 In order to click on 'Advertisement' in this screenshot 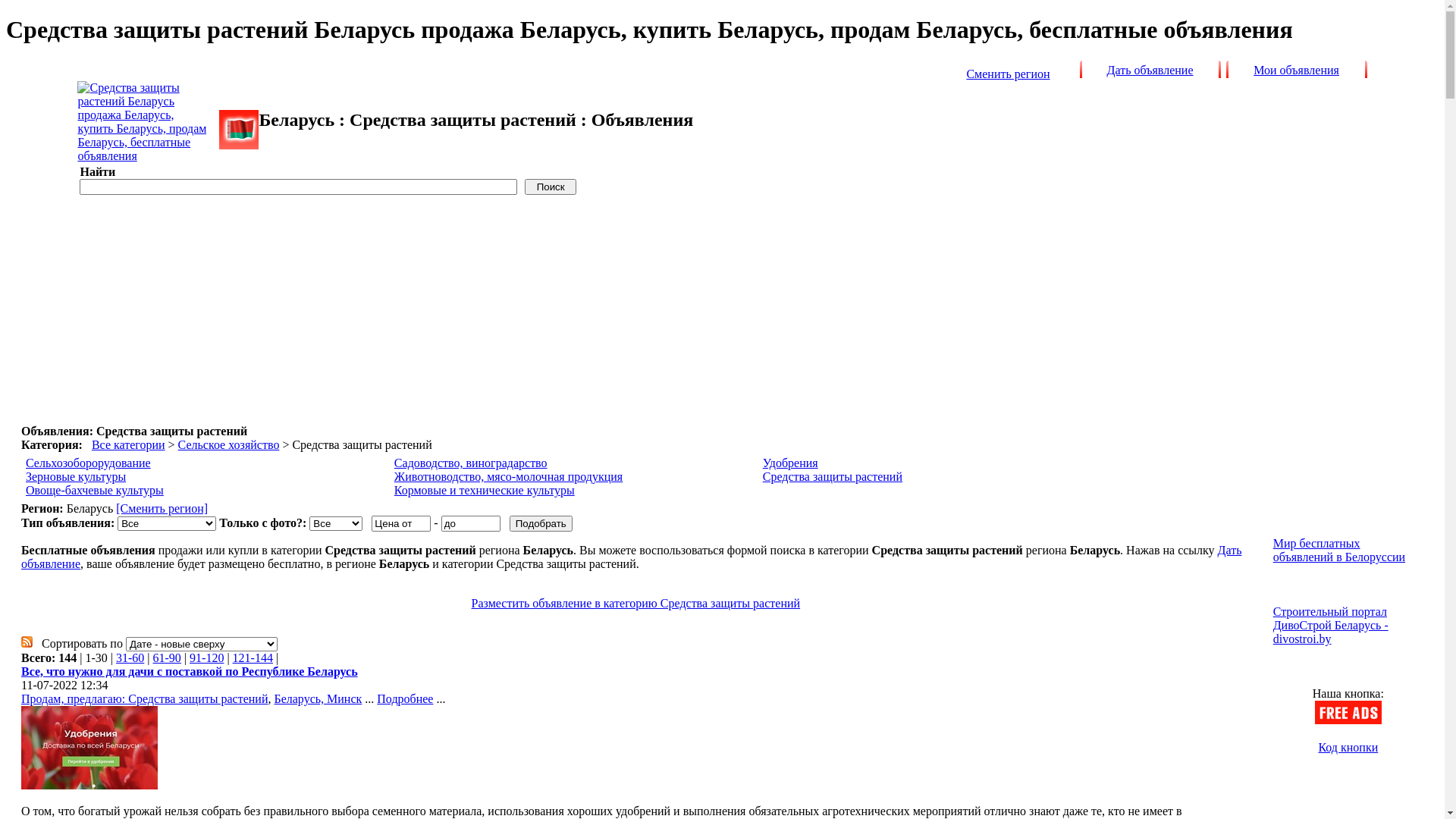, I will do `click(532, 303)`.